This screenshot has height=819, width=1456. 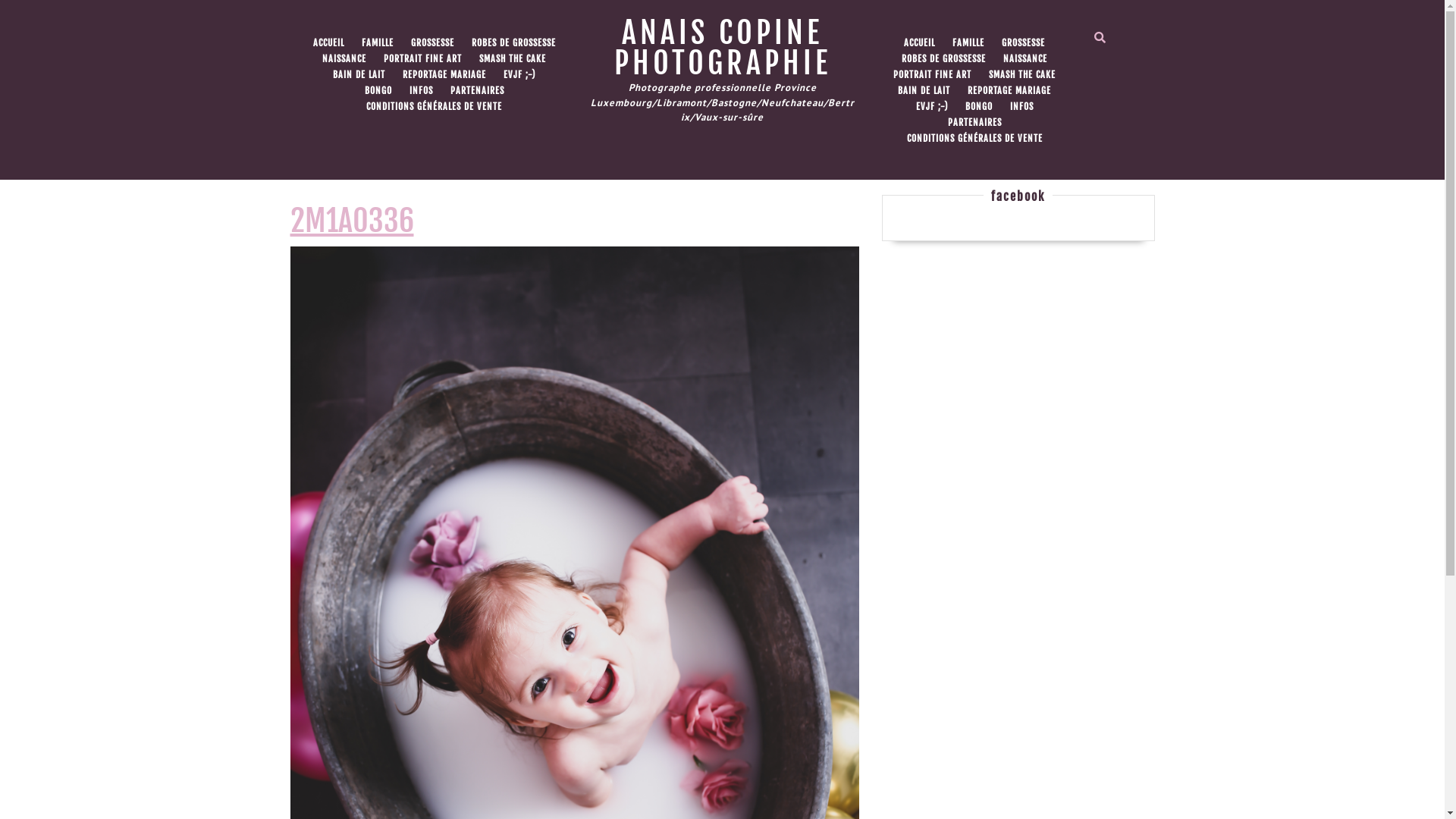 I want to click on 'ANAIS COPINE PHOTOGRAPHIE', so click(x=722, y=46).